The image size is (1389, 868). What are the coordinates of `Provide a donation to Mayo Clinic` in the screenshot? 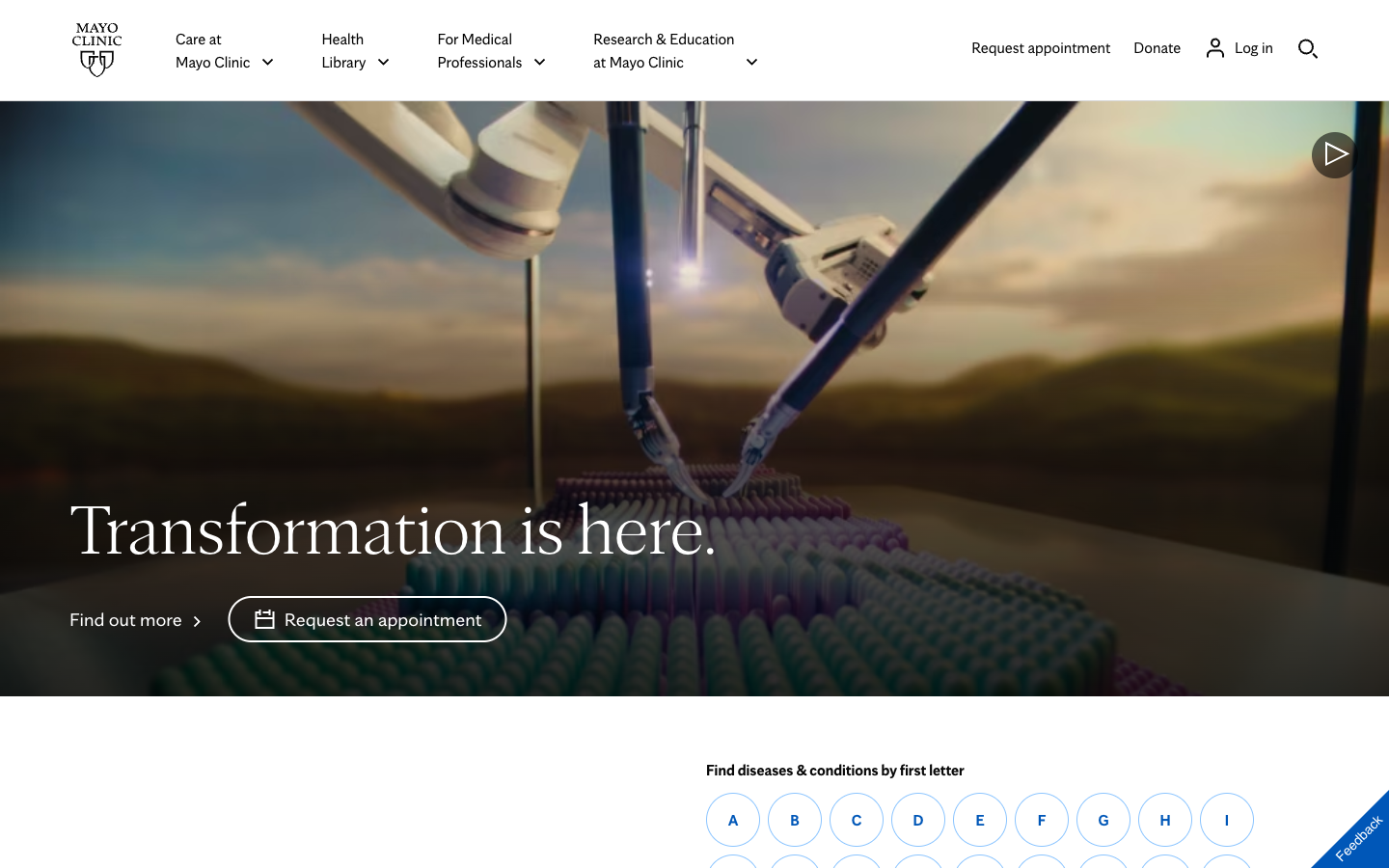 It's located at (1157, 45).